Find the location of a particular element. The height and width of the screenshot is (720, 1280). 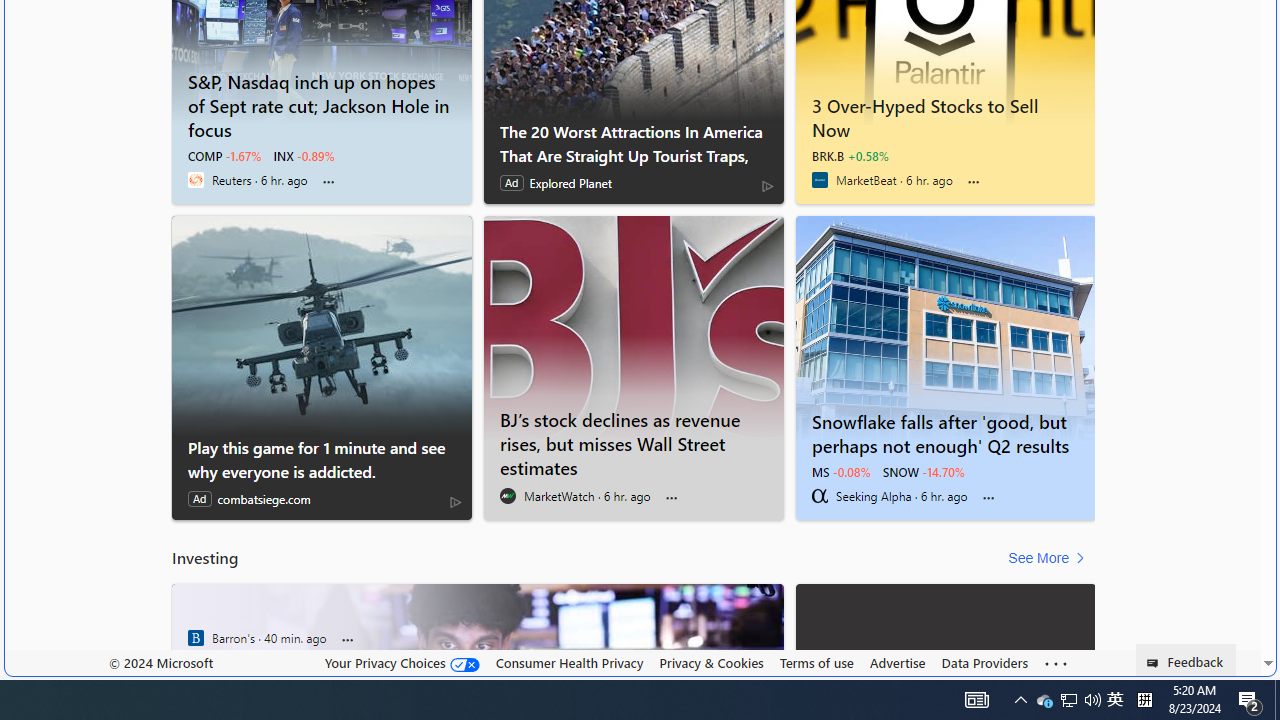

'BRK.B +0.58%' is located at coordinates (850, 155).